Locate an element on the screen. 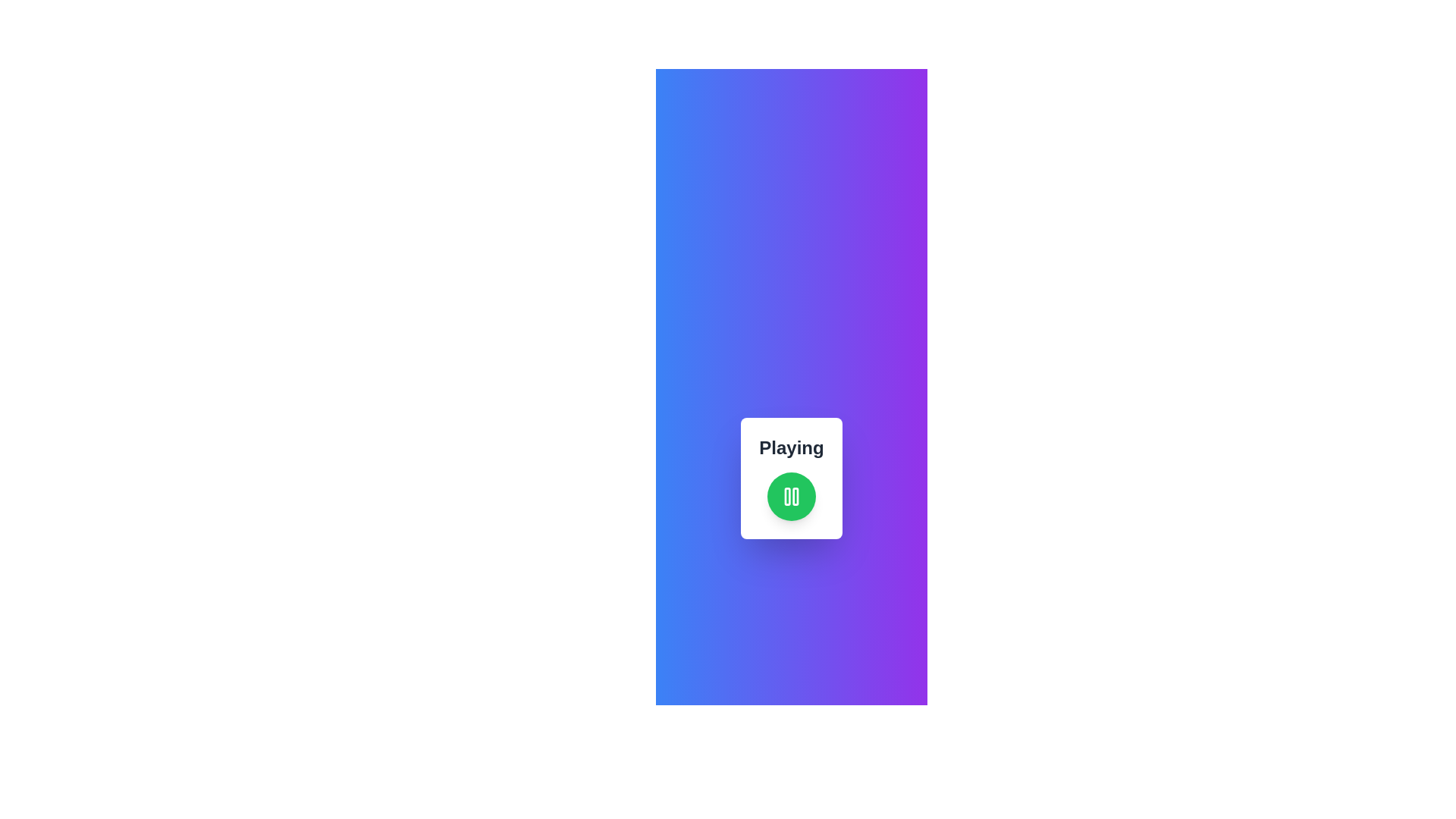 Image resolution: width=1456 pixels, height=819 pixels. text 'Playing' from the white card with rounded corners and a green circular button containing a pause icon, located centrally in the interface is located at coordinates (790, 479).